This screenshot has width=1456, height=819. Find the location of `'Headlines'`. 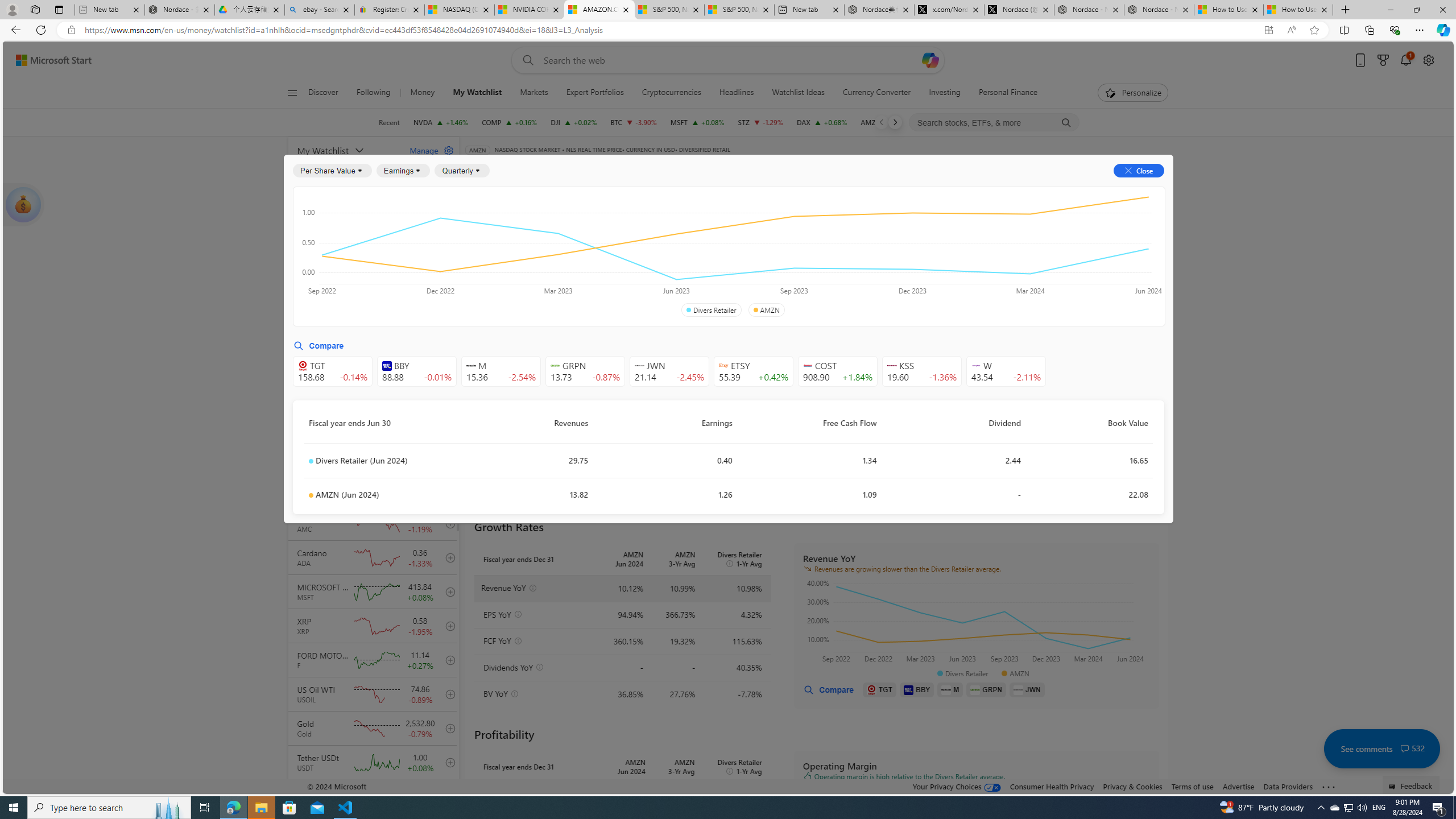

'Headlines' is located at coordinates (737, 92).